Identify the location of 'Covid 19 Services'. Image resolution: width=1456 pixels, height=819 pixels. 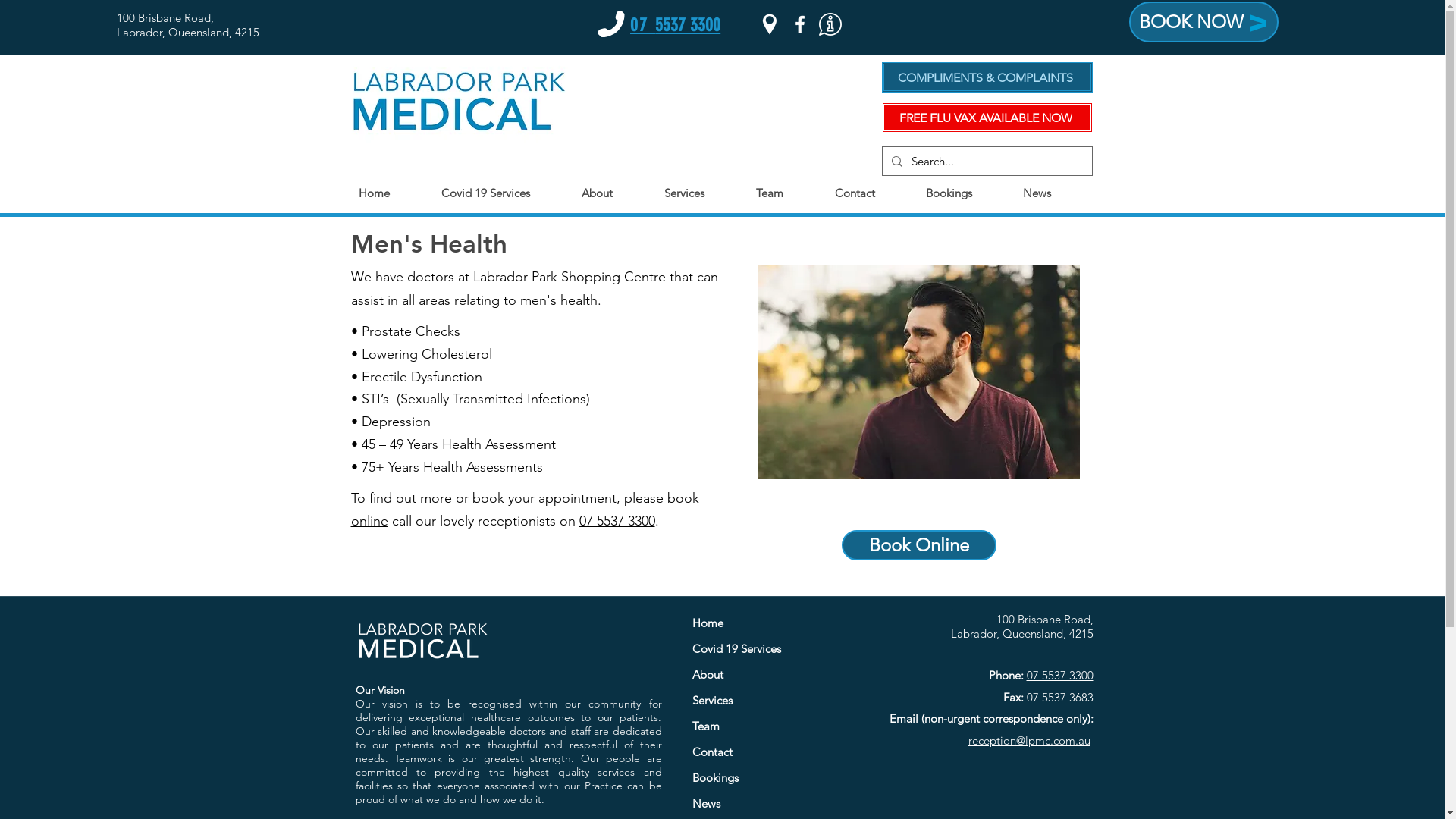
(432, 192).